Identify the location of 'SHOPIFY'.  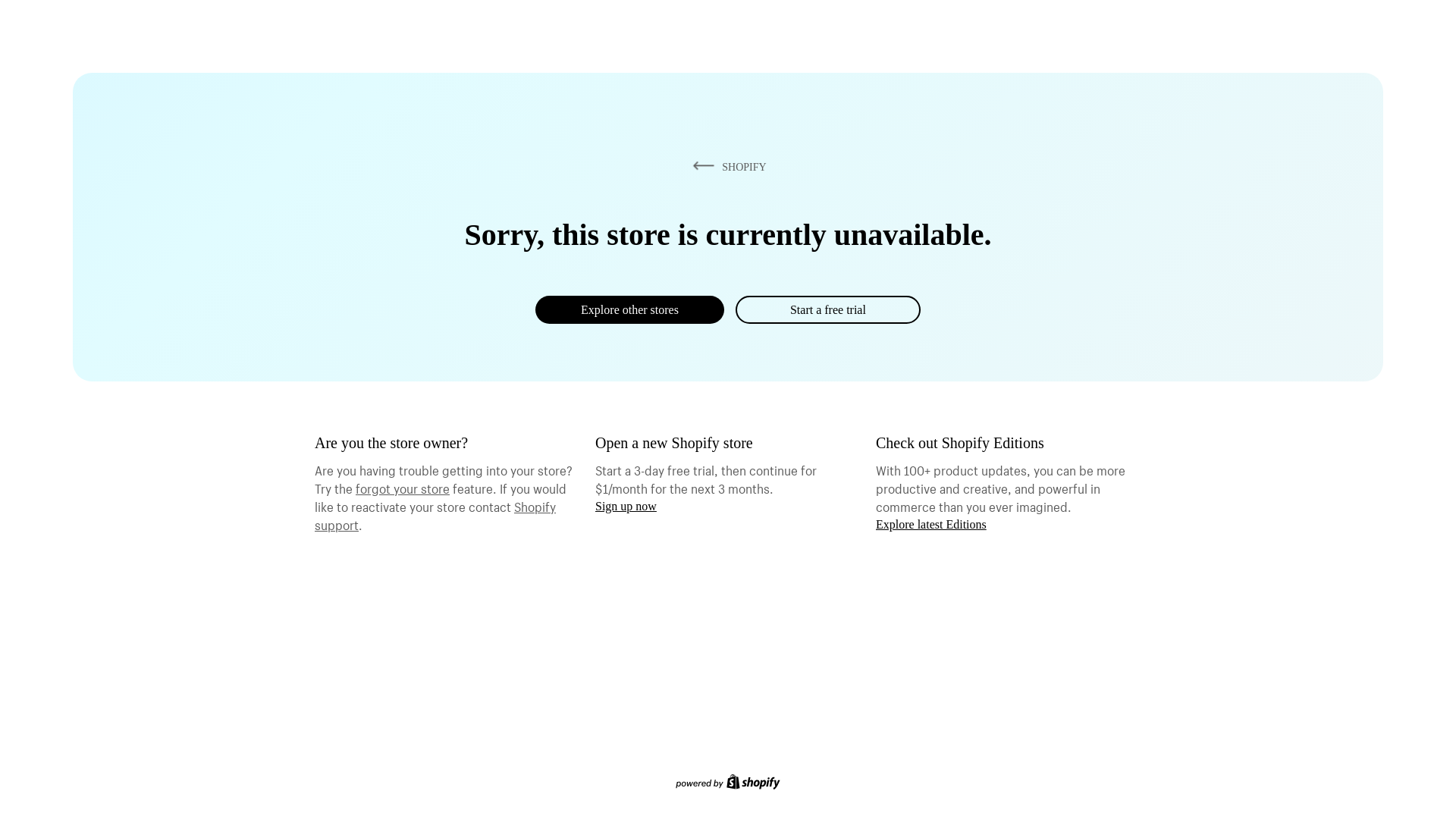
(726, 166).